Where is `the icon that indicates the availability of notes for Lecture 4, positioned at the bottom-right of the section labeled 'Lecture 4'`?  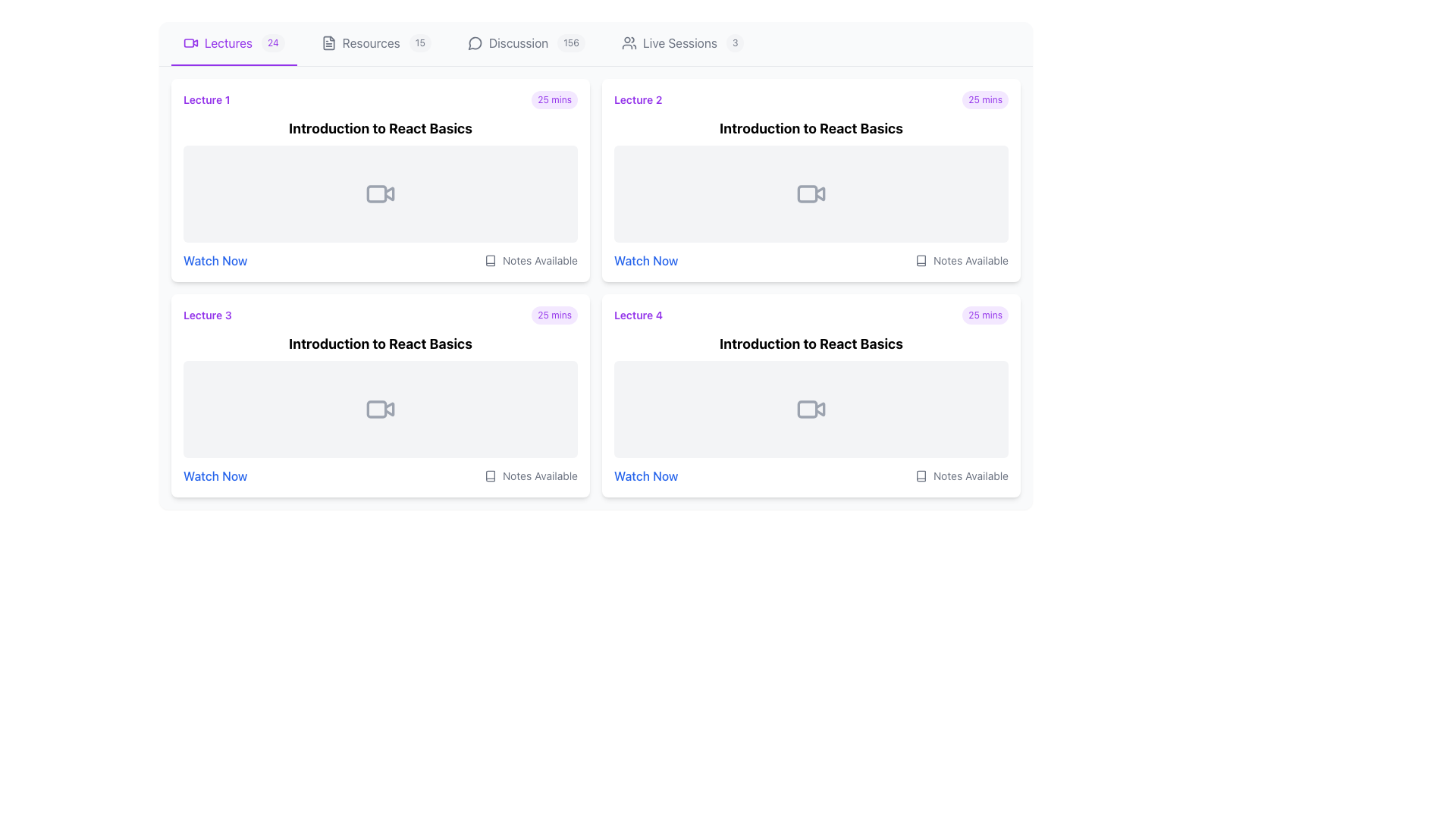 the icon that indicates the availability of notes for Lecture 4, positioned at the bottom-right of the section labeled 'Lecture 4' is located at coordinates (920, 475).